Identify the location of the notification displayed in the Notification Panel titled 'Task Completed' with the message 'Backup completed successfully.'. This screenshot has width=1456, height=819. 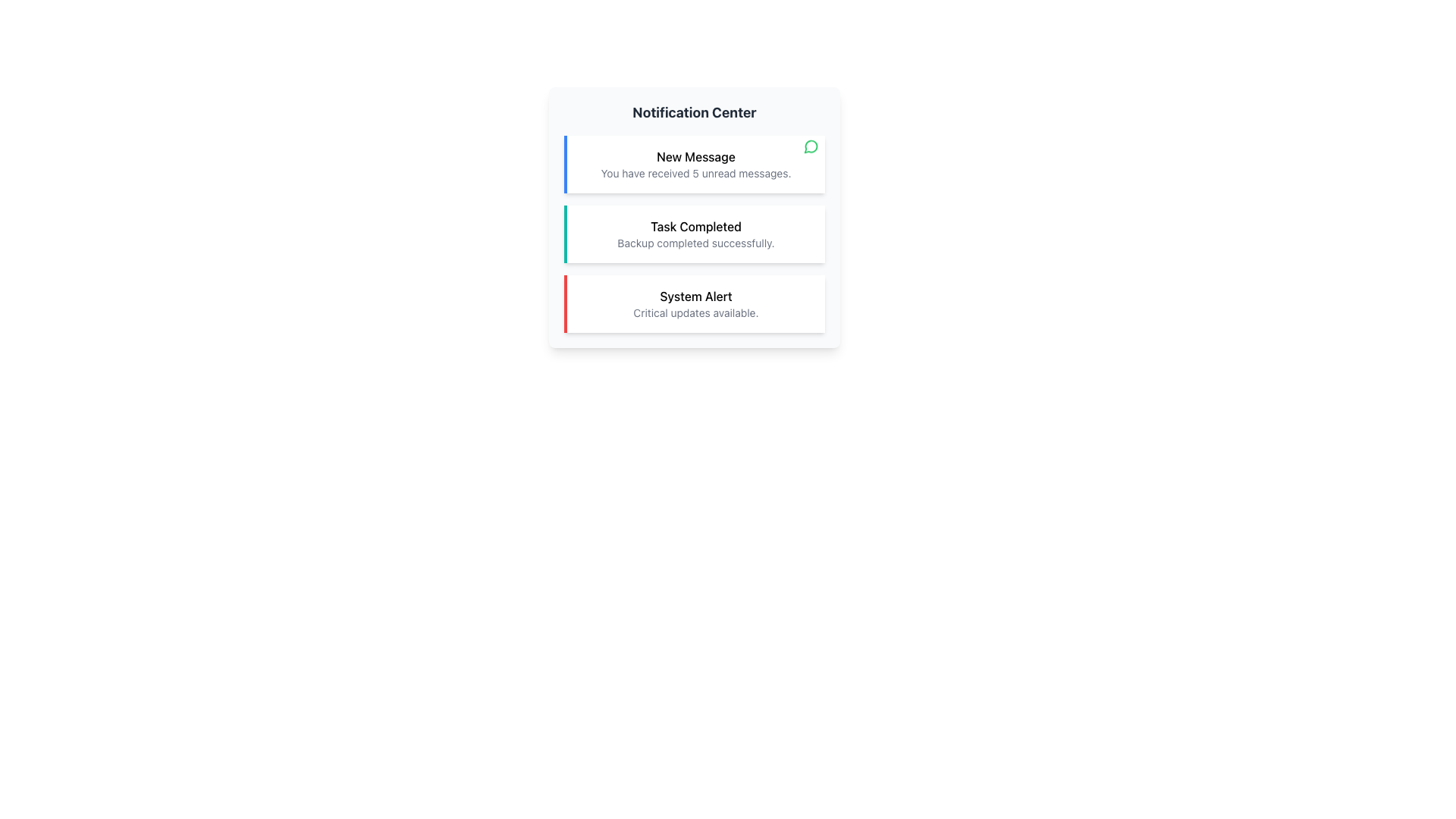
(694, 217).